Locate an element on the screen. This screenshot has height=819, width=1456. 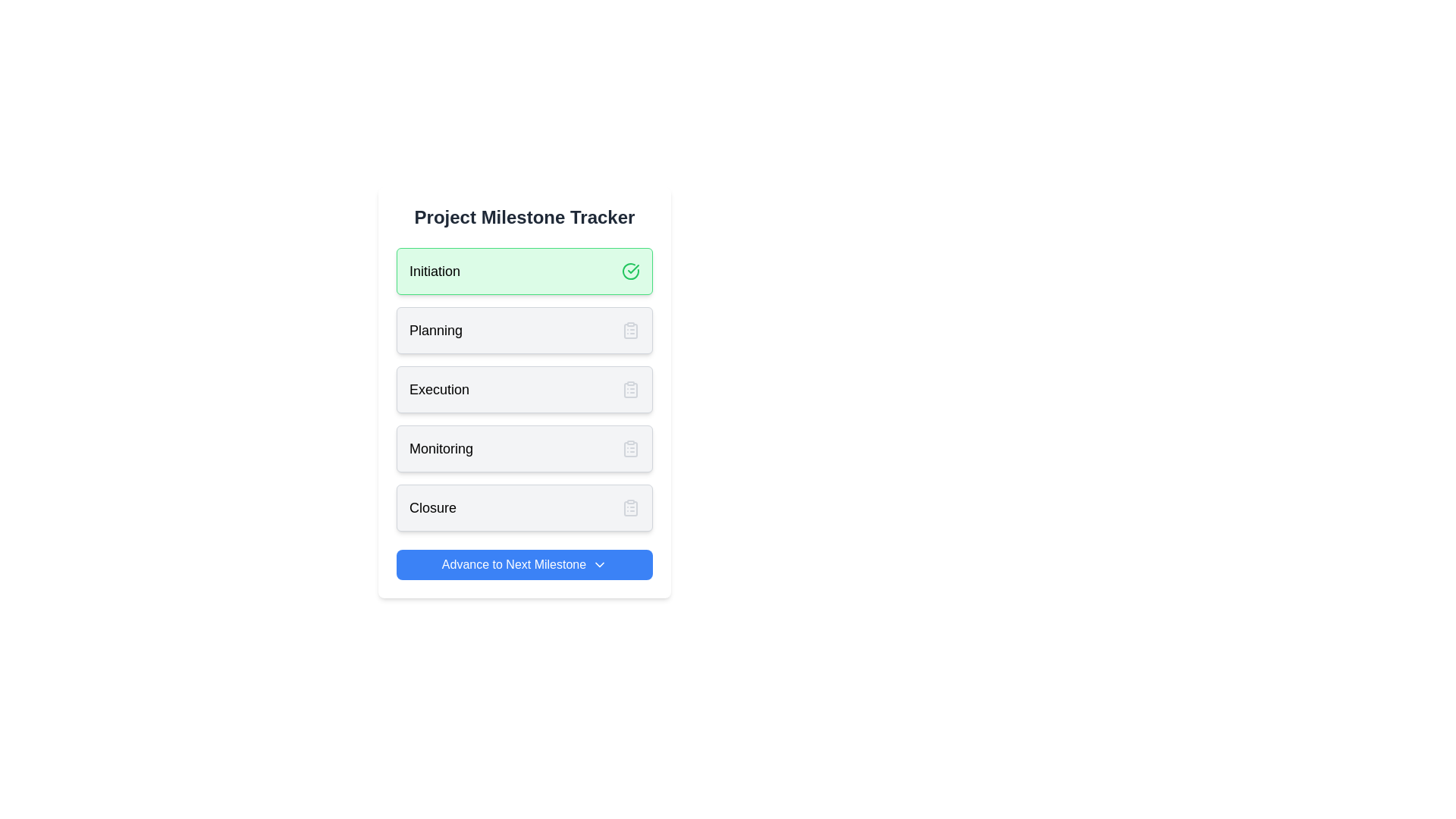
the 'Execution' phase item in the milestone tracker from its current position is located at coordinates (524, 388).